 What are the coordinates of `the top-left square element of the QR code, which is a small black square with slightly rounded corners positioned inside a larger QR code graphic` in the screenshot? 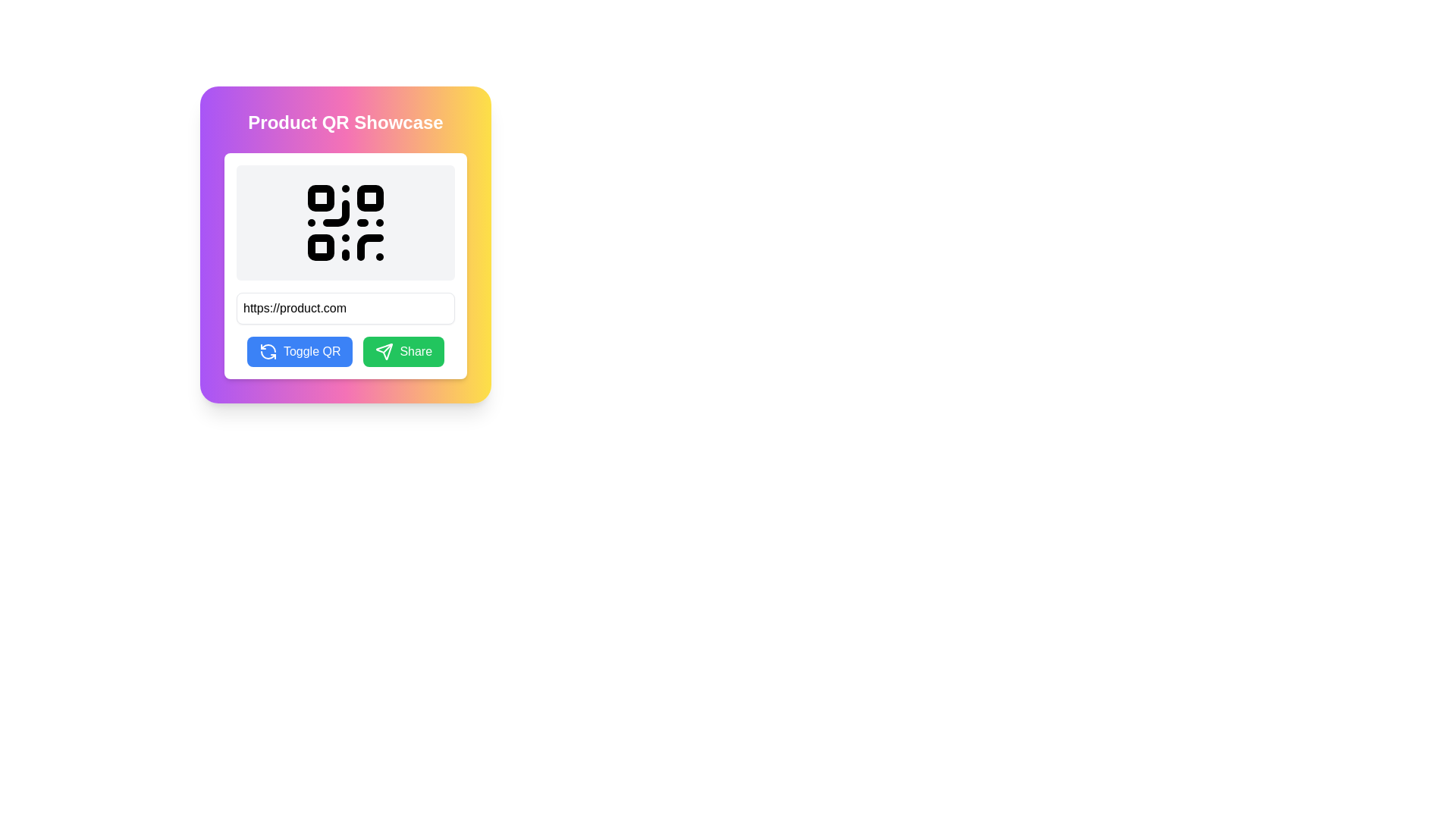 It's located at (320, 197).